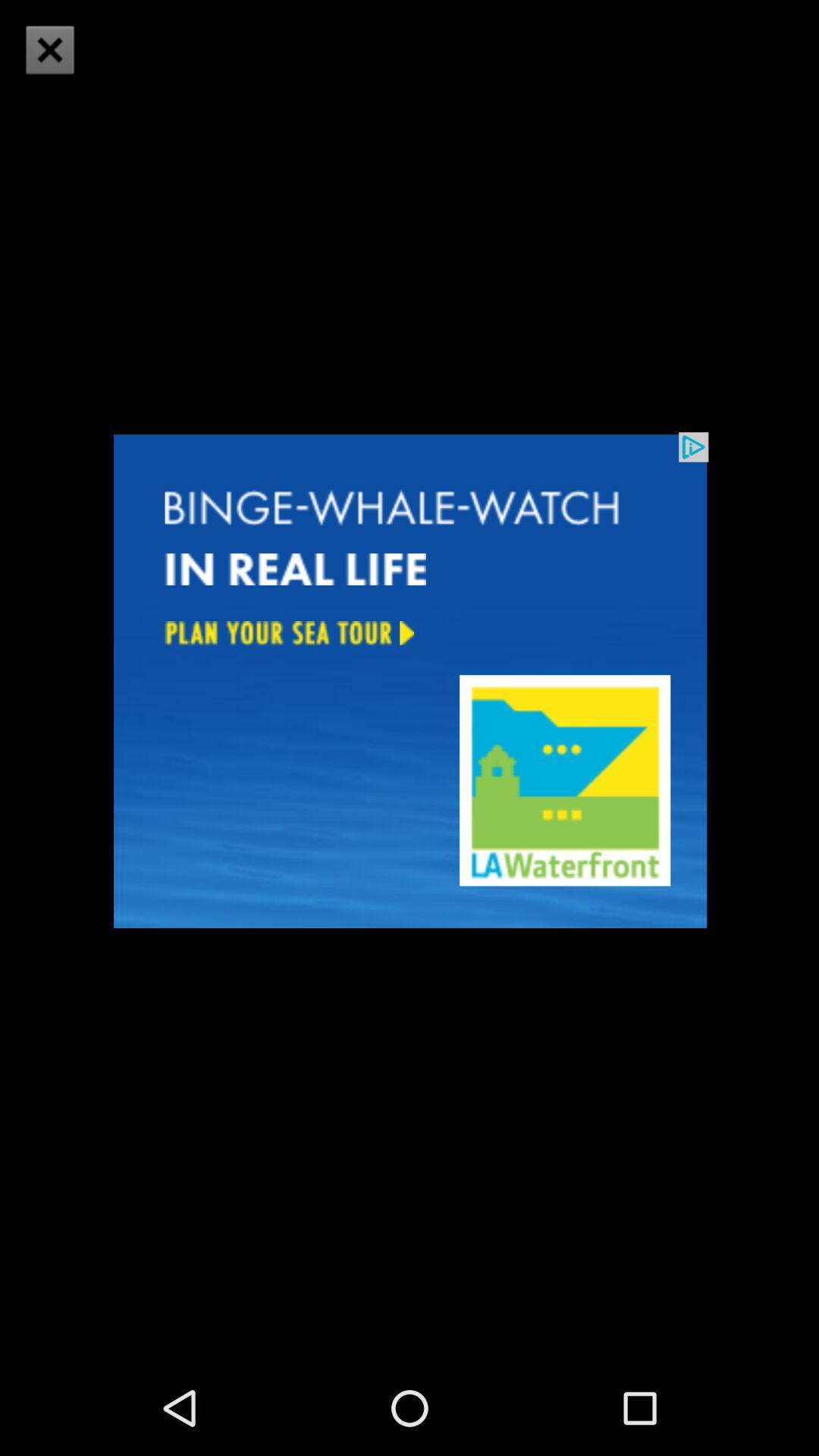  What do you see at coordinates (69, 74) in the screenshot?
I see `the close icon` at bounding box center [69, 74].